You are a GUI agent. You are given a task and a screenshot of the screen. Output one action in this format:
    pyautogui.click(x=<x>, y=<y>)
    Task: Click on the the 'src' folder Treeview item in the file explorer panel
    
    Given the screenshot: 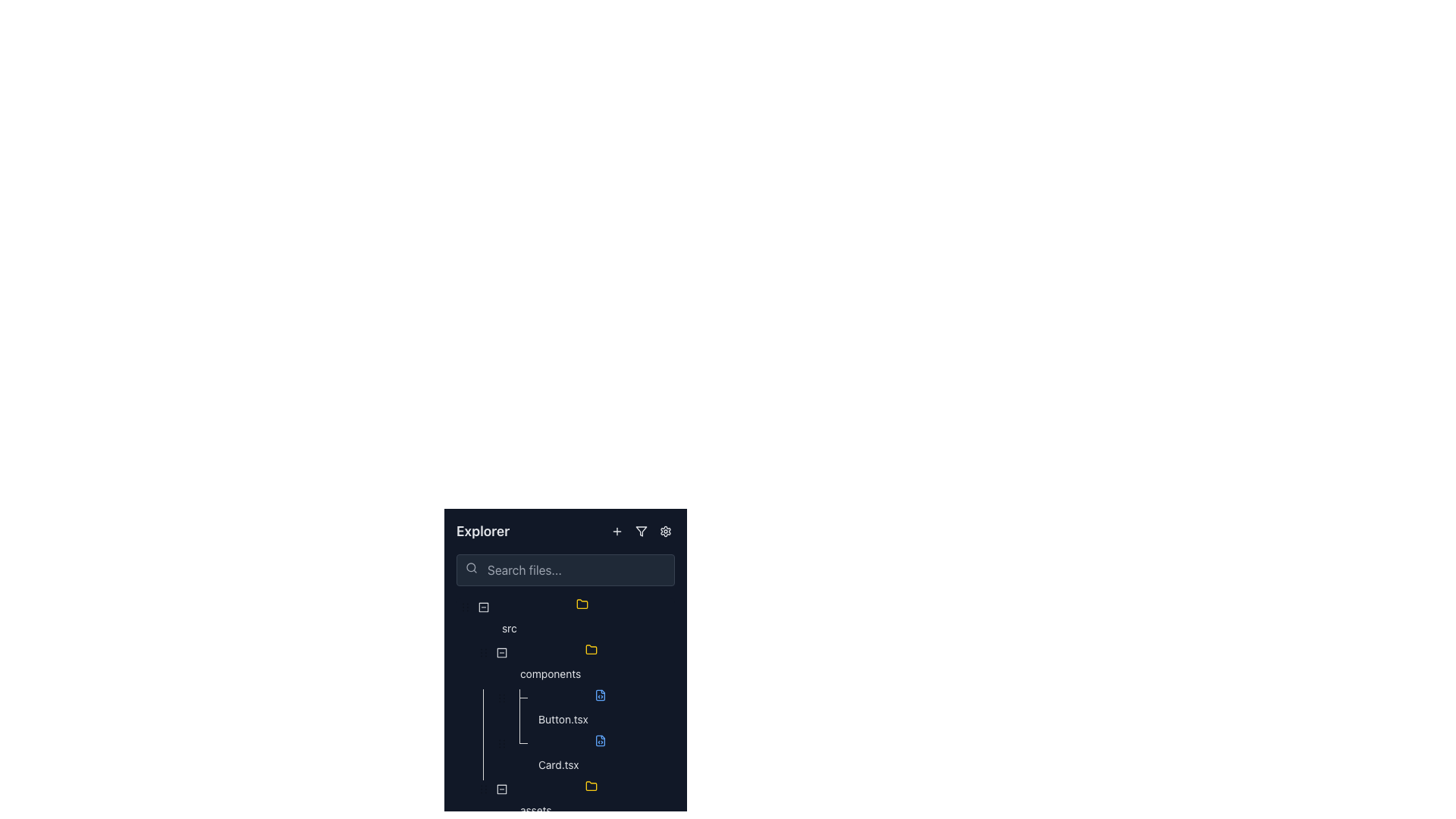 What is the action you would take?
    pyautogui.click(x=564, y=620)
    